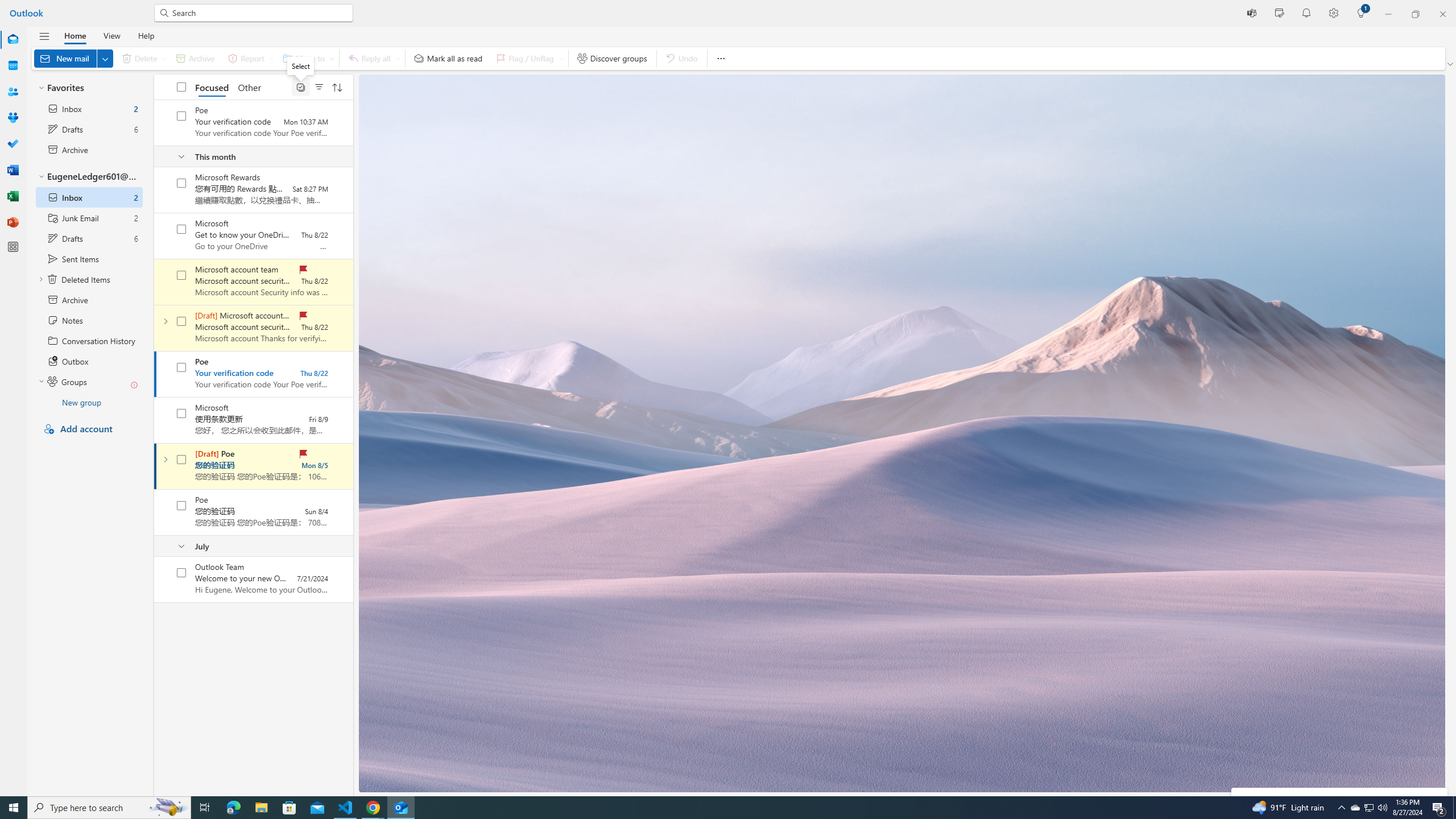 This screenshot has height=819, width=1456. Describe the element at coordinates (1451, 64) in the screenshot. I see `'Ribbon display options'` at that location.